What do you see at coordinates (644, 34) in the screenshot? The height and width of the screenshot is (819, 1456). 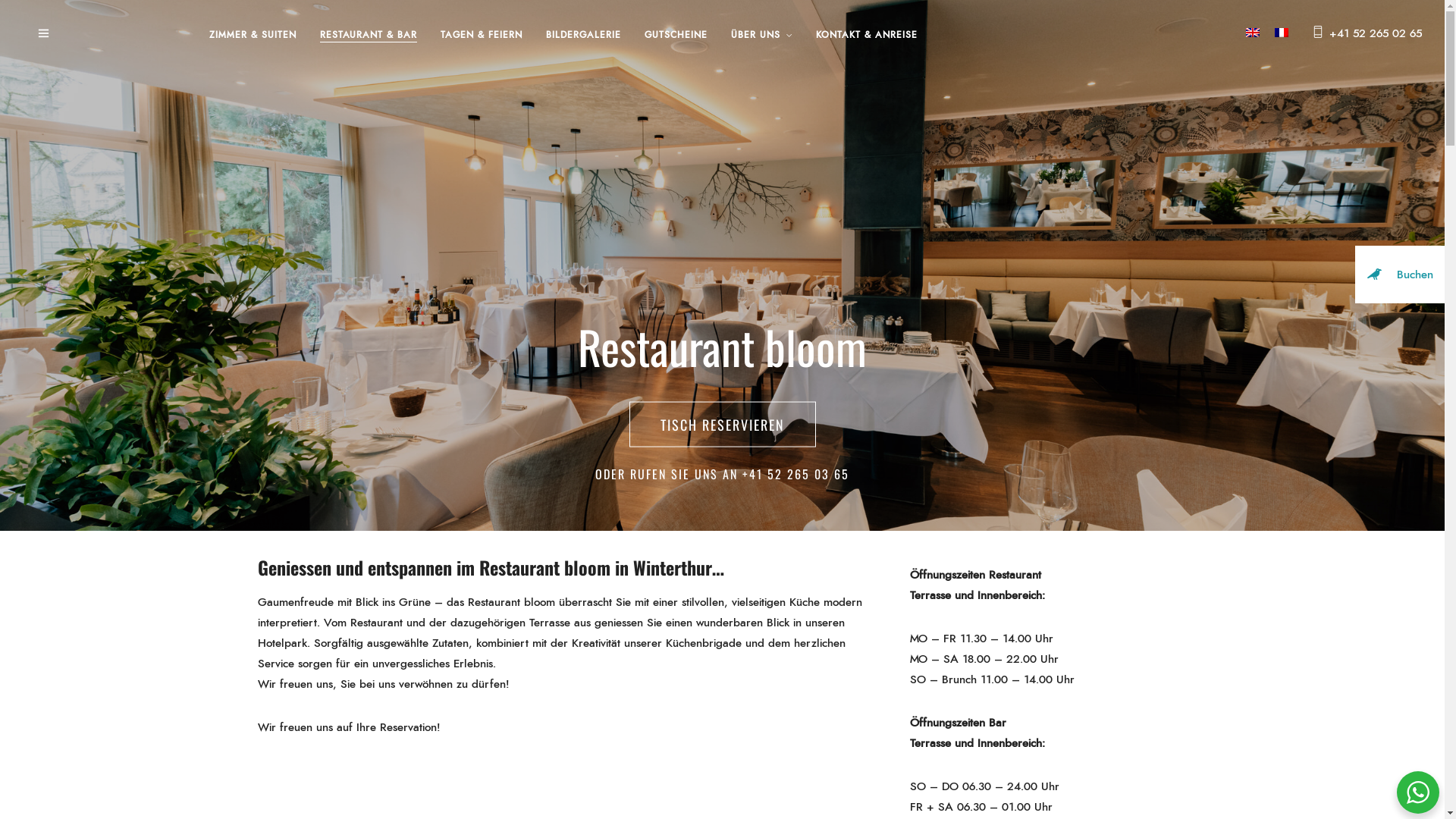 I see `'GUTSCHEINE'` at bounding box center [644, 34].